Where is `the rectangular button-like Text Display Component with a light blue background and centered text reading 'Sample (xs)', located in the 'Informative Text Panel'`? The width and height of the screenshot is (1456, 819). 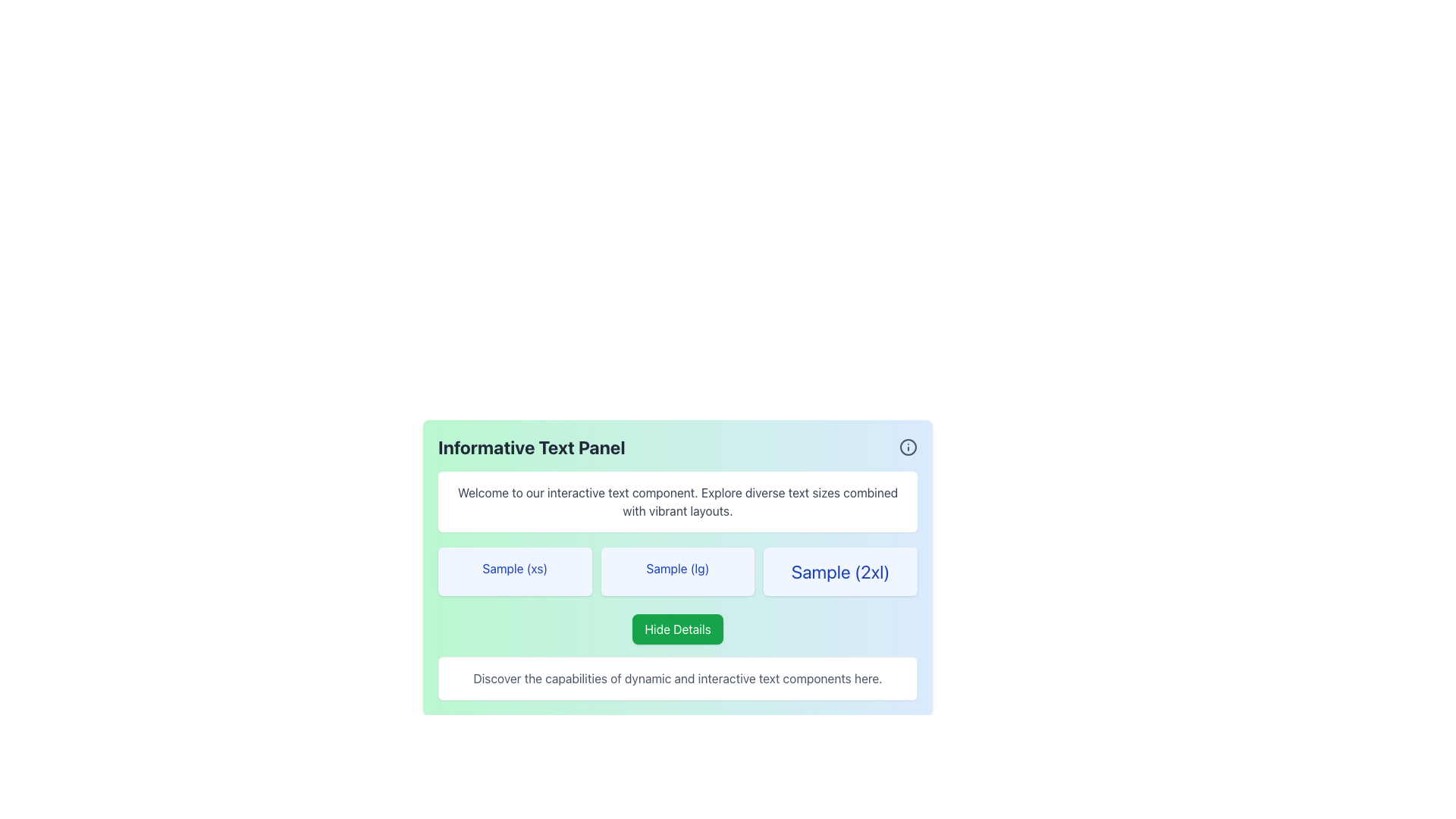 the rectangular button-like Text Display Component with a light blue background and centered text reading 'Sample (xs)', located in the 'Informative Text Panel' is located at coordinates (515, 571).